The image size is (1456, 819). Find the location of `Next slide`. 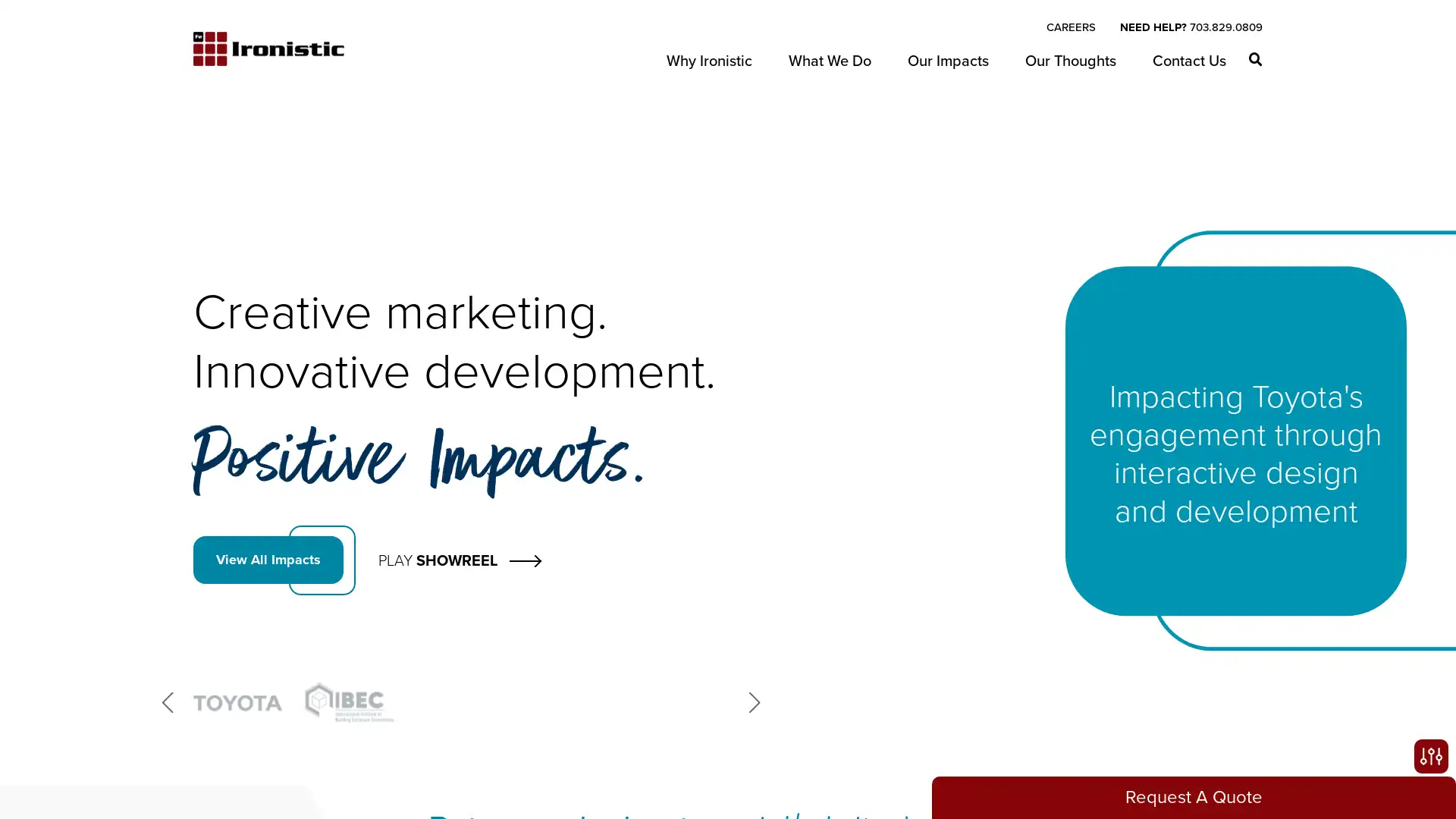

Next slide is located at coordinates (754, 701).